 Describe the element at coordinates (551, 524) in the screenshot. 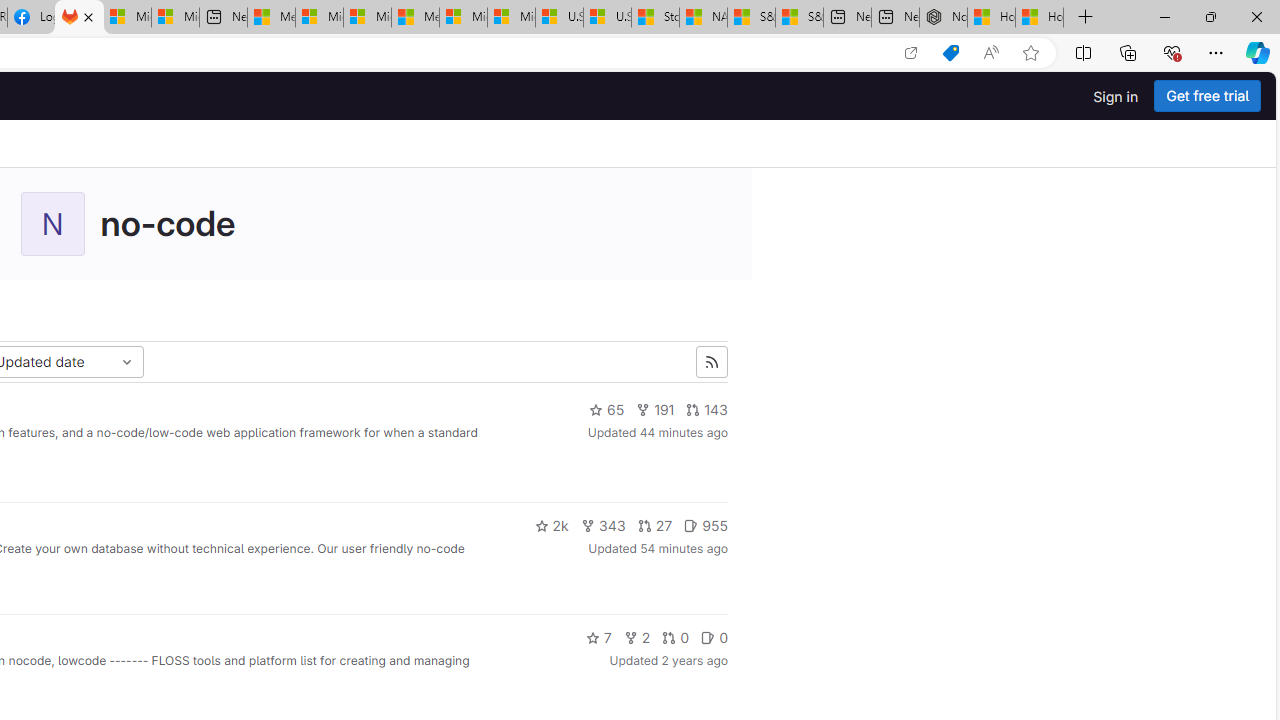

I see `'2k'` at that location.